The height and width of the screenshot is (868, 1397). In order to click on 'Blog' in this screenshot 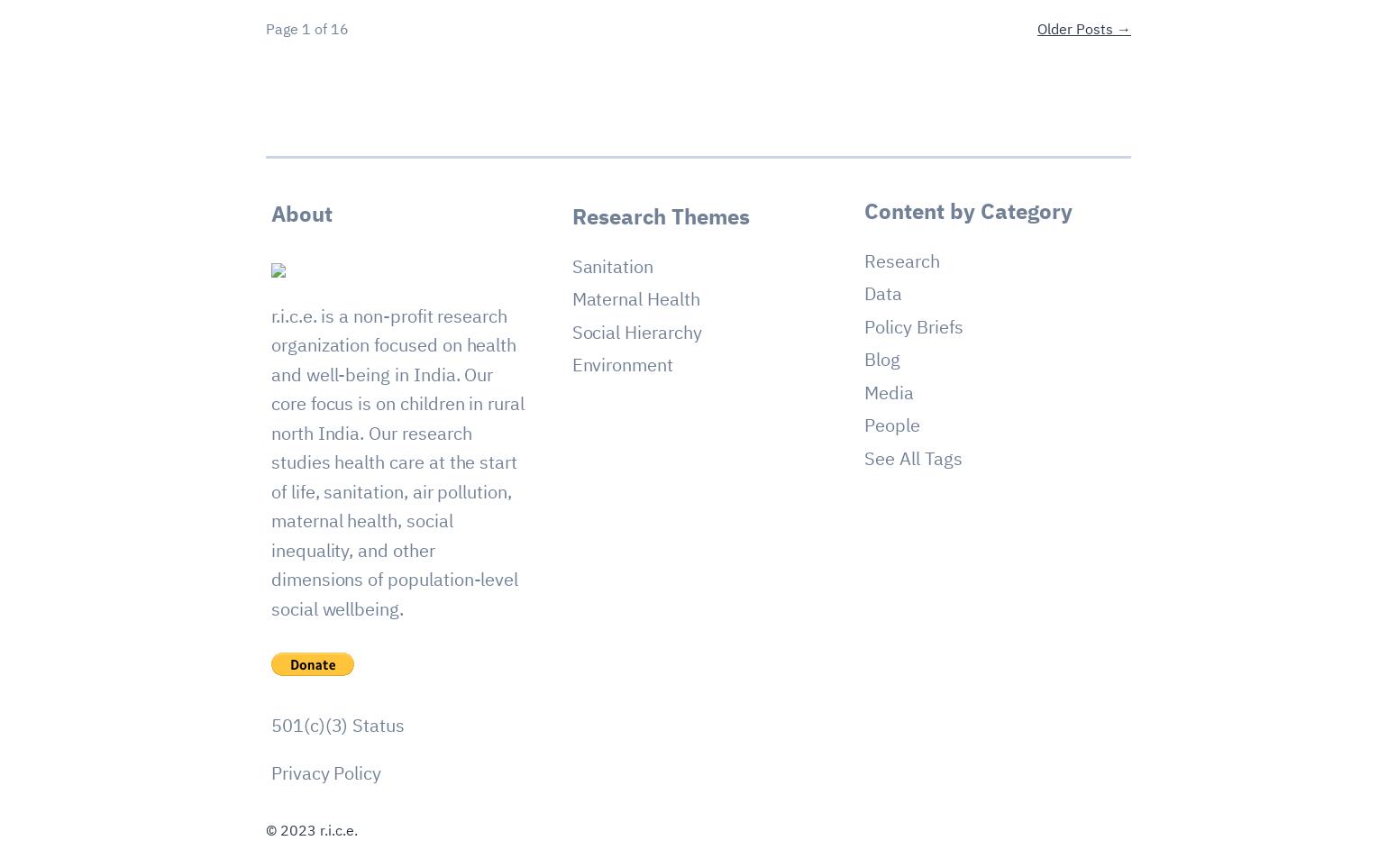, I will do `click(881, 359)`.